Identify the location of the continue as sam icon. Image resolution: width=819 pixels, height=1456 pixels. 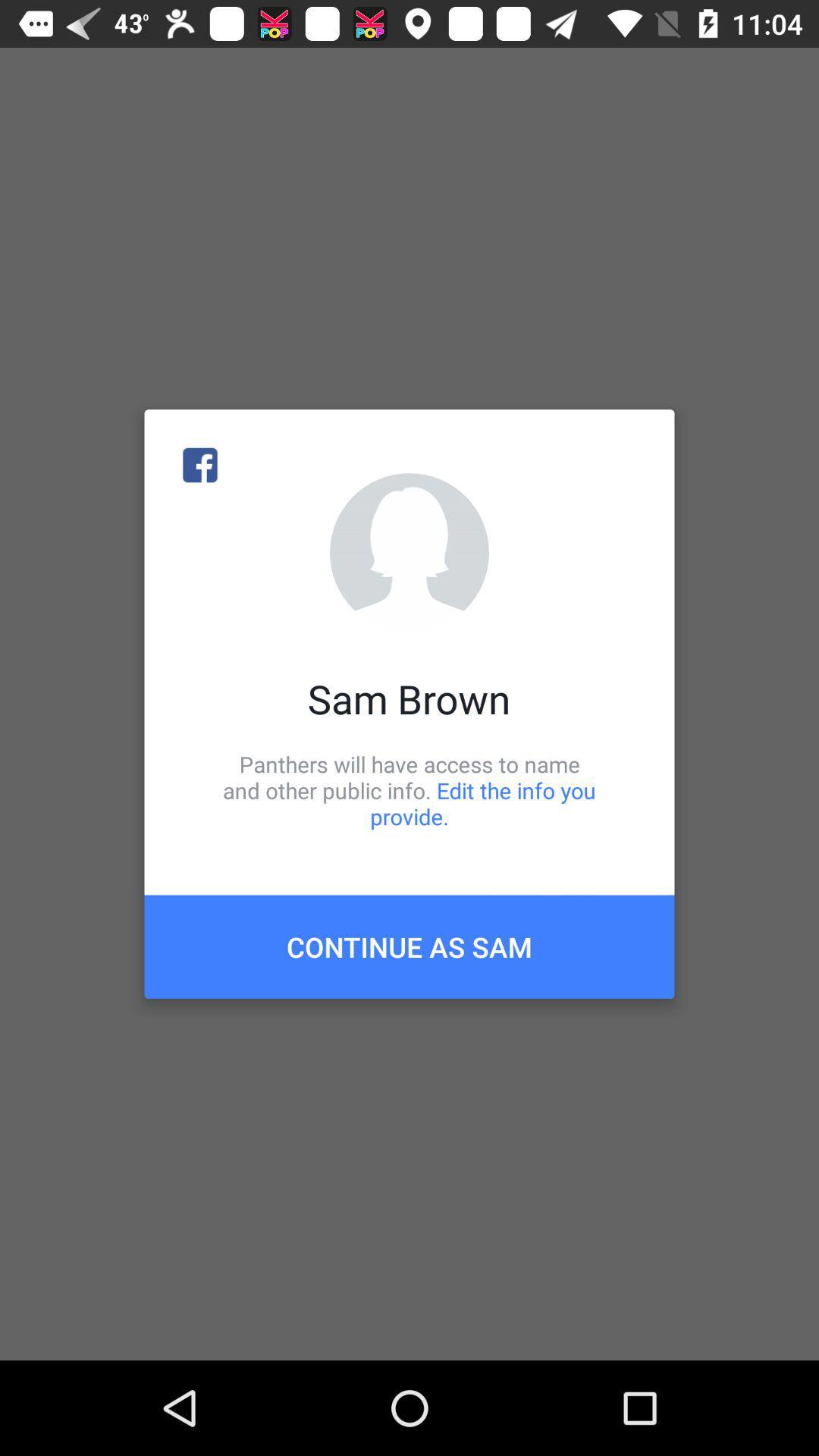
(409, 946).